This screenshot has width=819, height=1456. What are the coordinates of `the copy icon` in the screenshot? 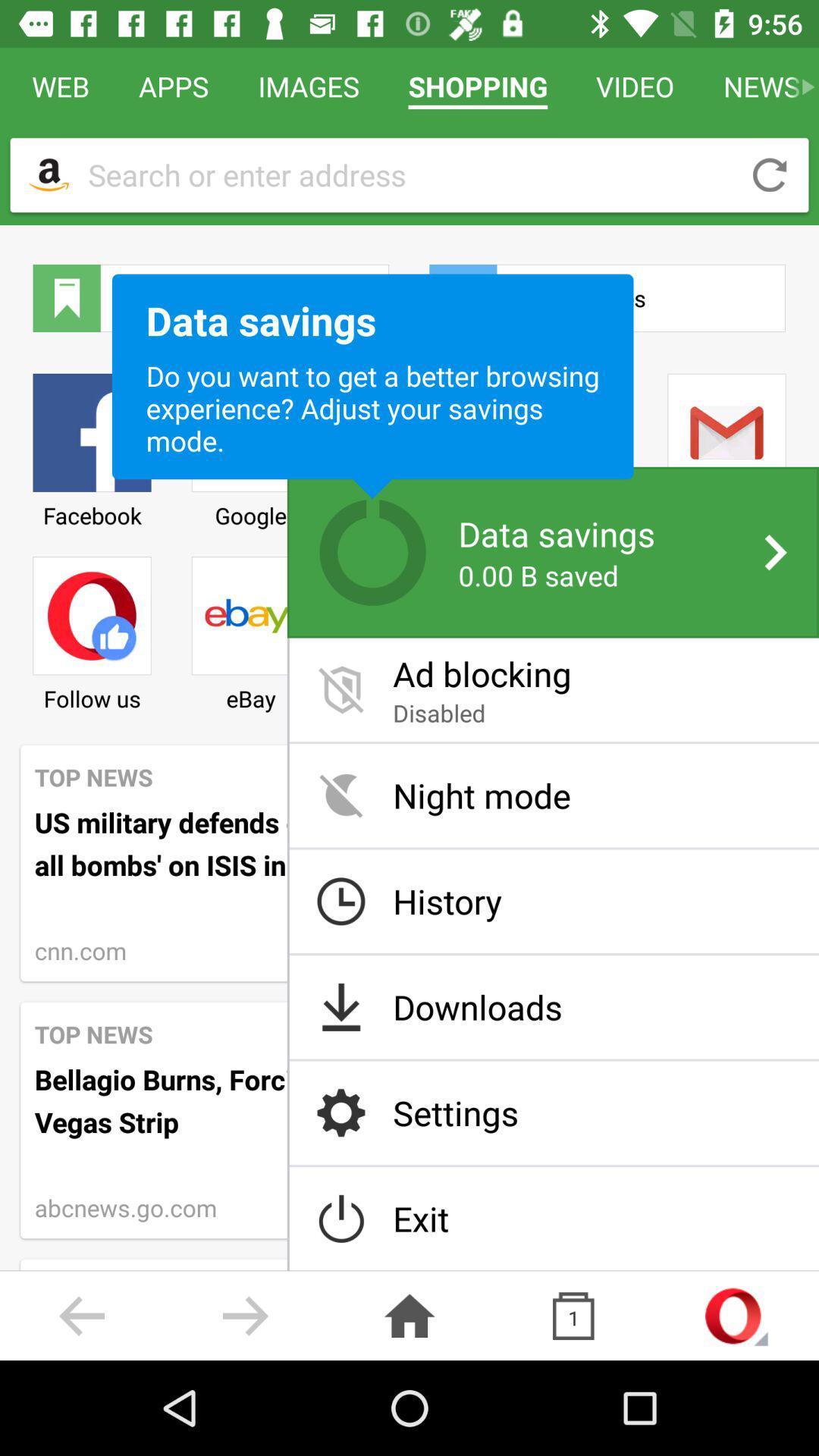 It's located at (573, 1315).